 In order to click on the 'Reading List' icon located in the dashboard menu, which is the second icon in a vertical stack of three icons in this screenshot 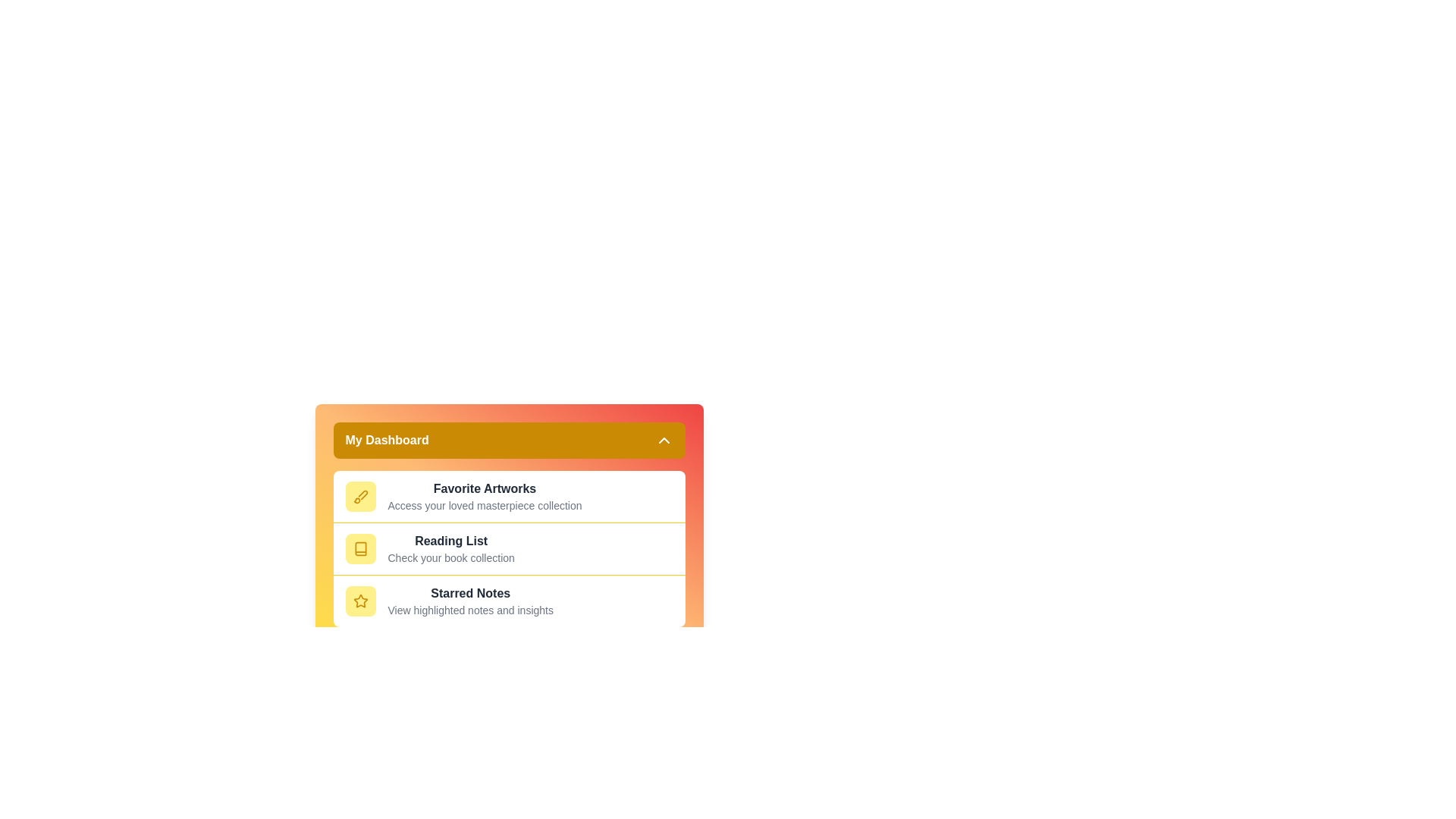, I will do `click(359, 549)`.